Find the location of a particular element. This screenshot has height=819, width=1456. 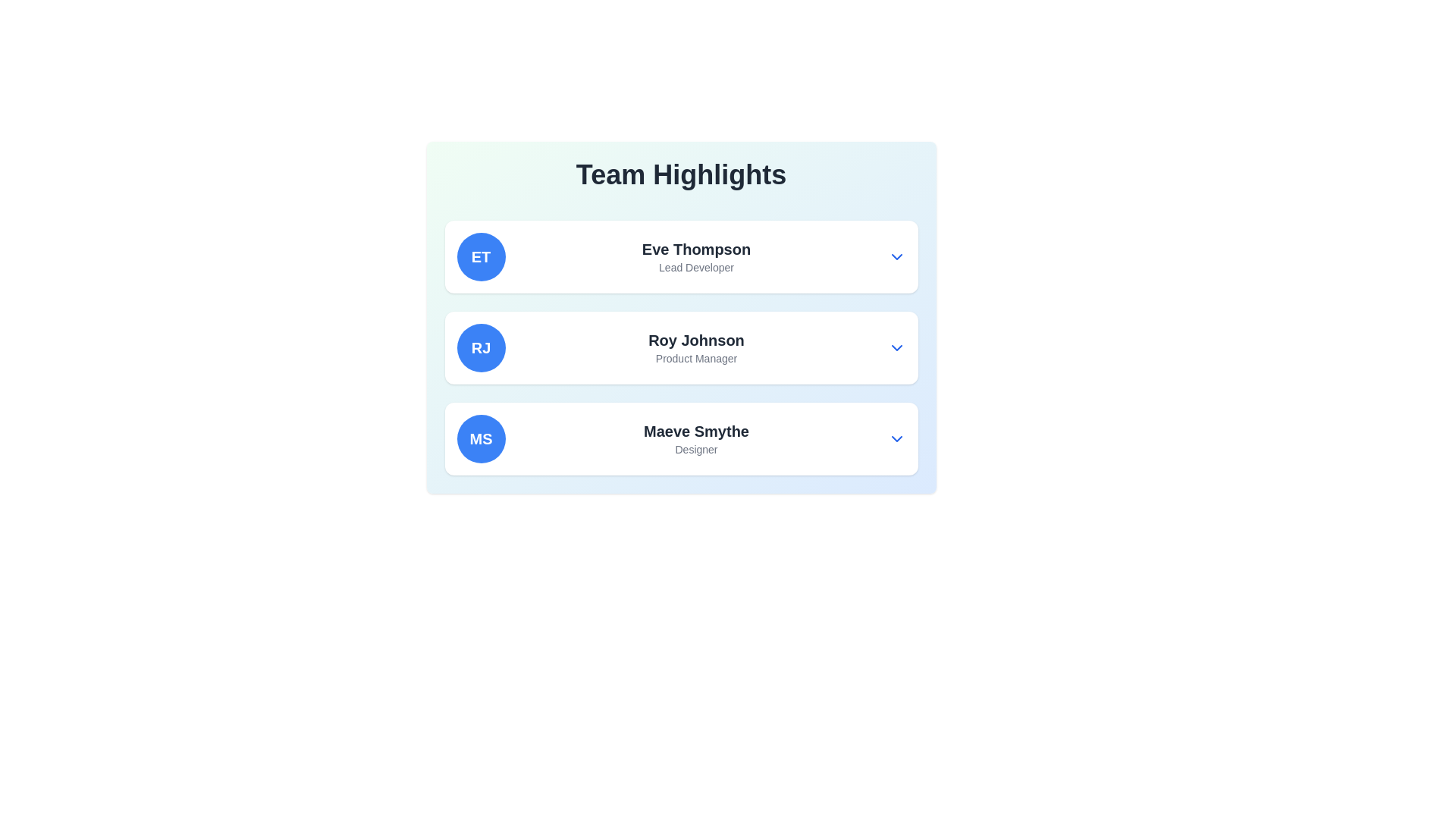

the informational card highlighting team member 'Roy Johnson', who is the 'Product Manager', located in the 'Team Highlights' section, positioned between 'Eve Thompson' and 'Maeve Smythe' is located at coordinates (680, 317).